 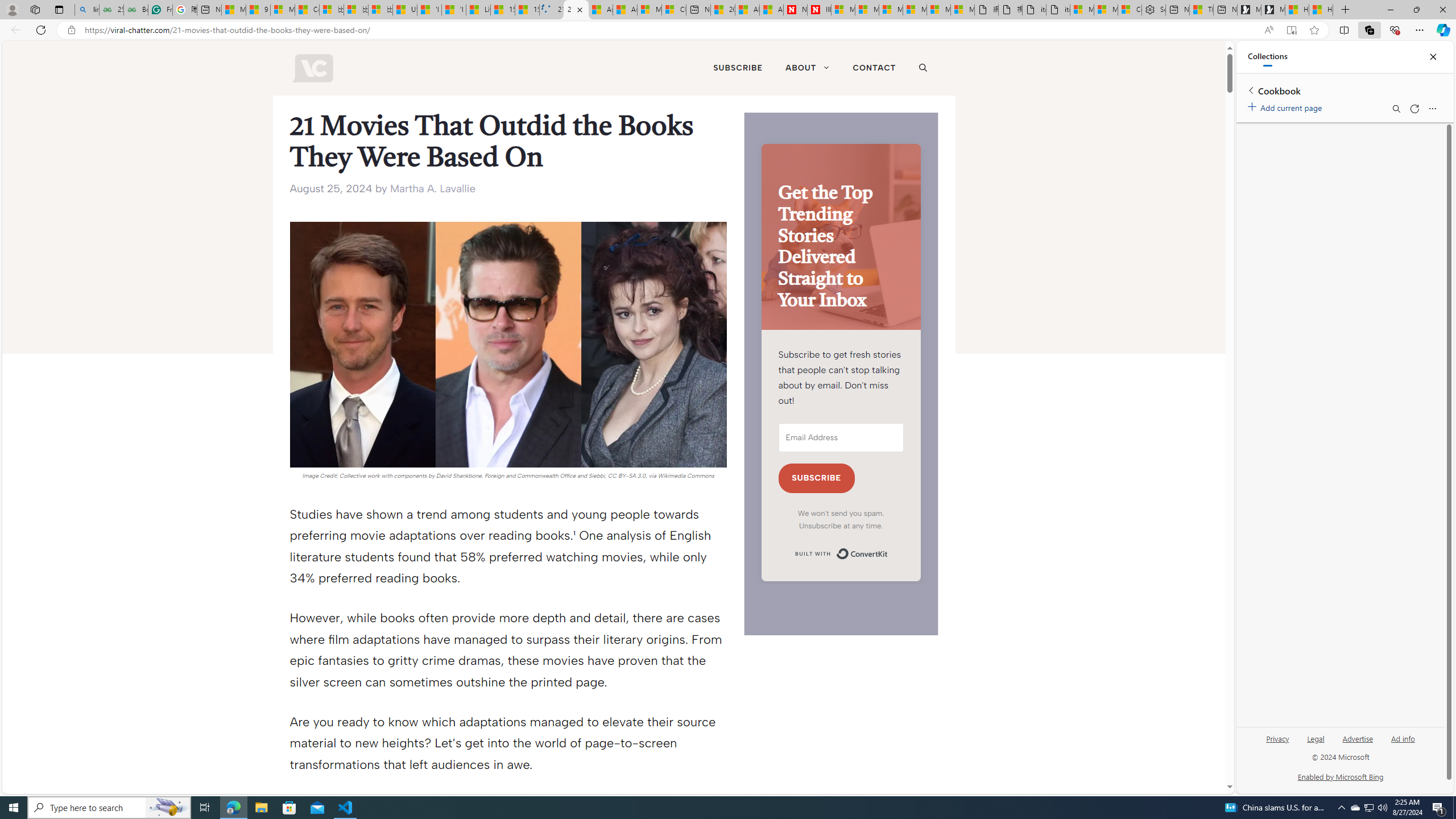 What do you see at coordinates (1316, 738) in the screenshot?
I see `'Legal'` at bounding box center [1316, 738].